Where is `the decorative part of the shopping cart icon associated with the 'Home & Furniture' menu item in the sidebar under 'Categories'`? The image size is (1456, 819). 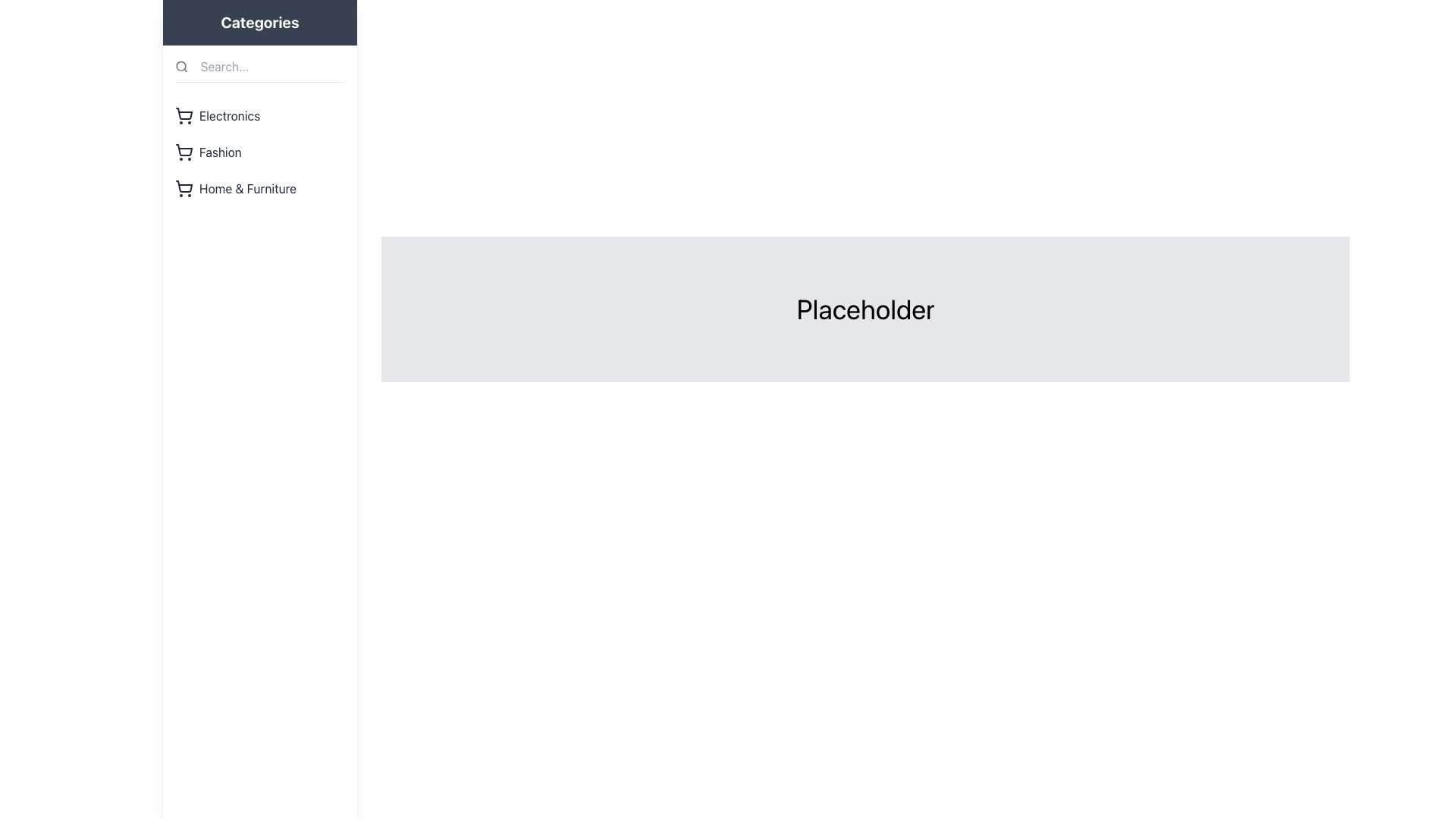 the decorative part of the shopping cart icon associated with the 'Home & Furniture' menu item in the sidebar under 'Categories' is located at coordinates (184, 186).